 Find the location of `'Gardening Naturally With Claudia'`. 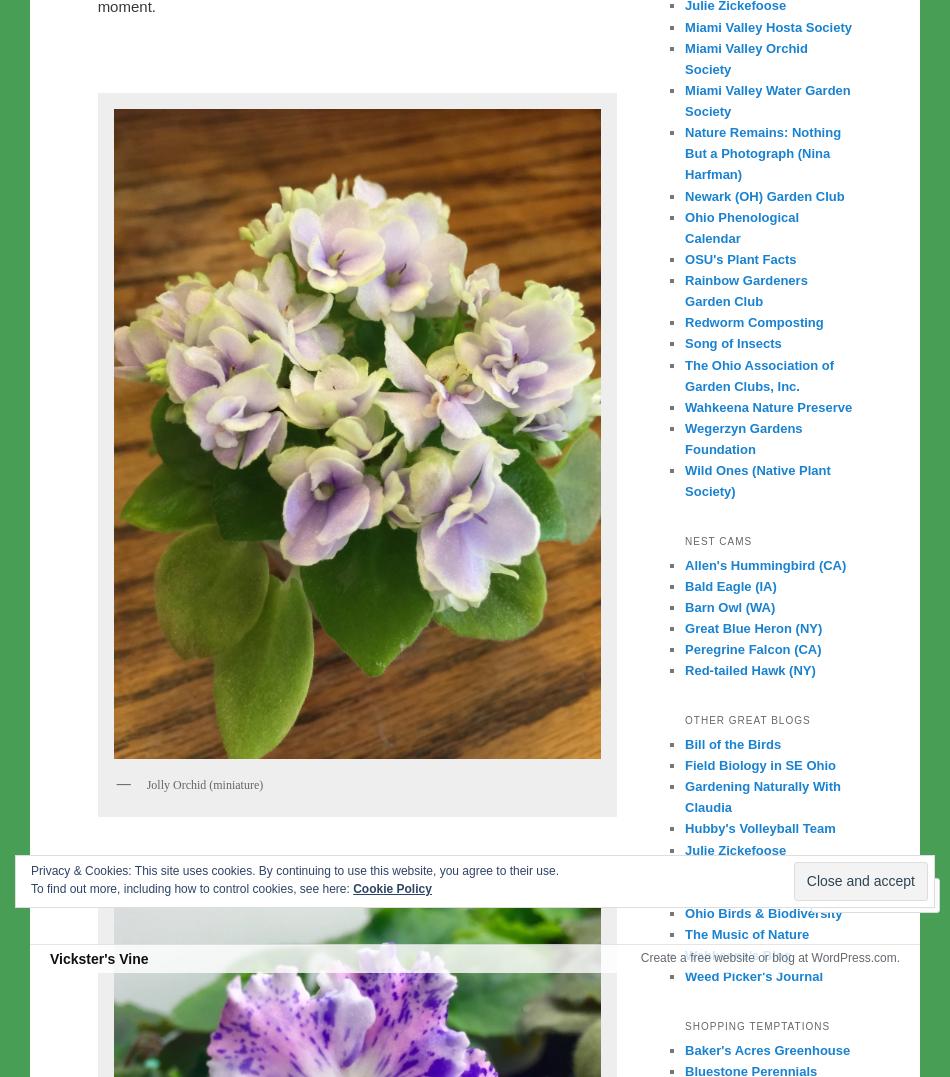

'Gardening Naturally With Claudia' is located at coordinates (685, 796).